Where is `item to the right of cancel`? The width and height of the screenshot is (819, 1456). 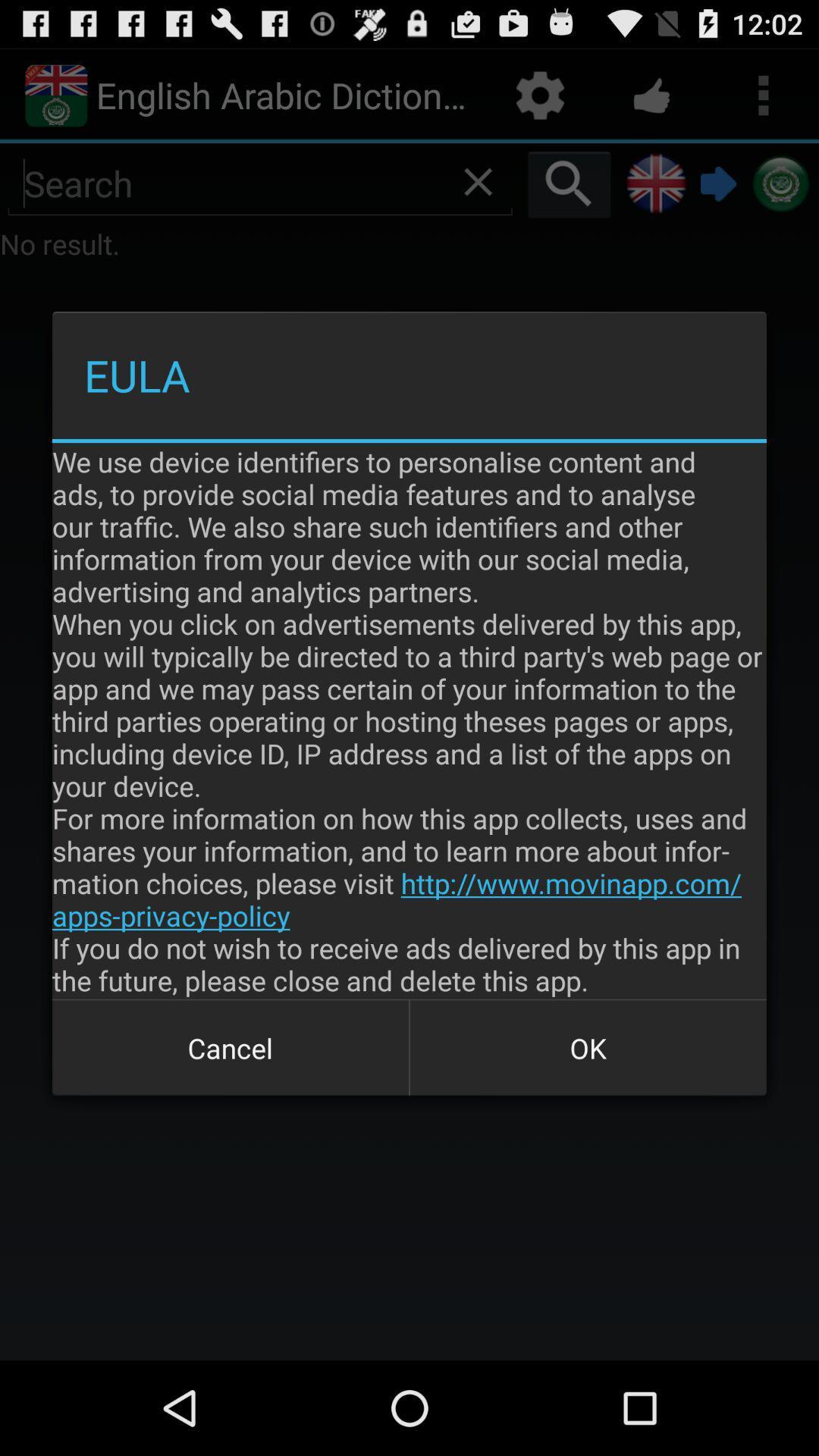
item to the right of cancel is located at coordinates (587, 1047).